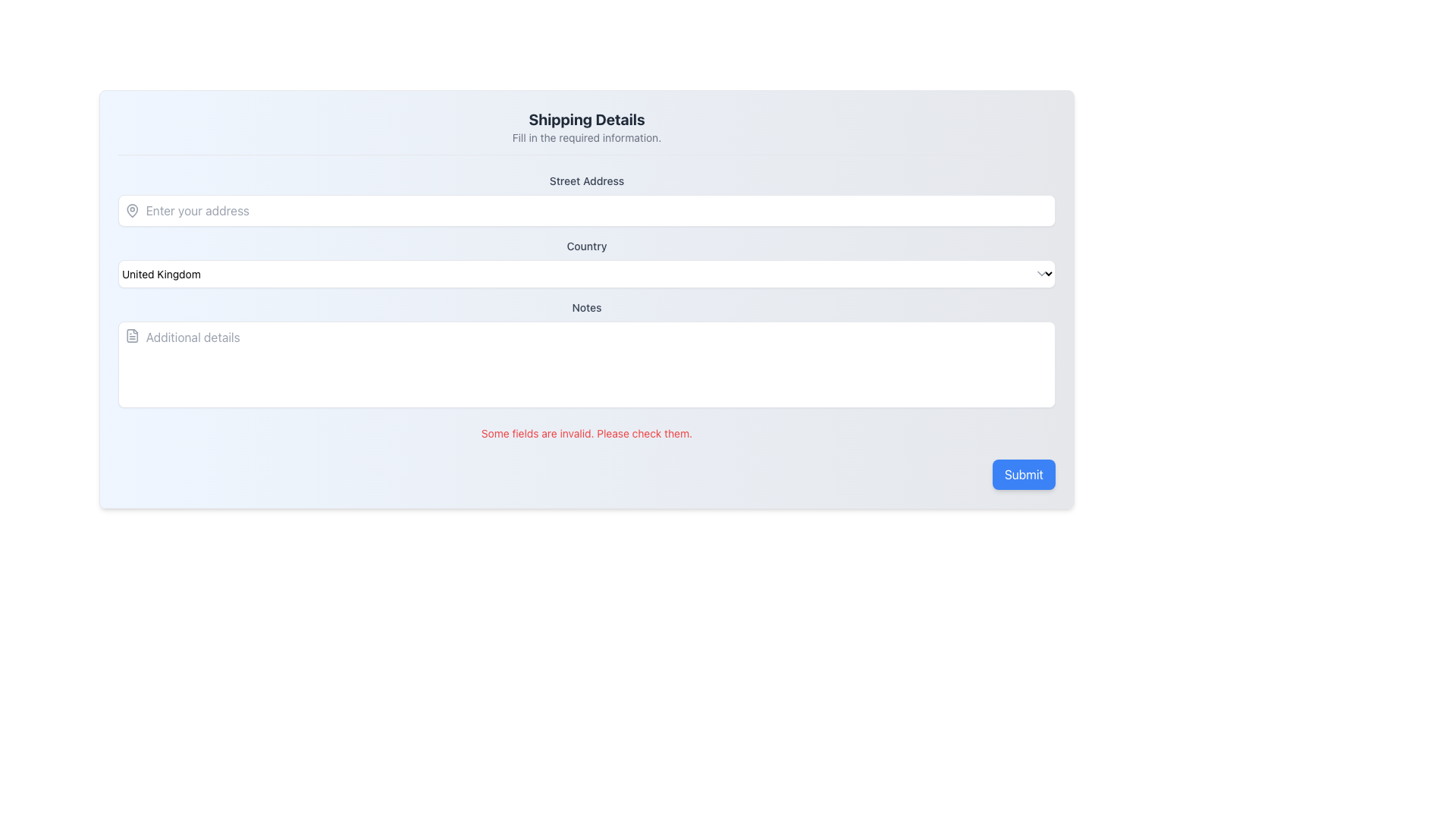 This screenshot has width=1456, height=819. What do you see at coordinates (585, 137) in the screenshot?
I see `the text label displaying 'Fill in the required information.' which is positioned beneath the 'Shipping Details' header` at bounding box center [585, 137].